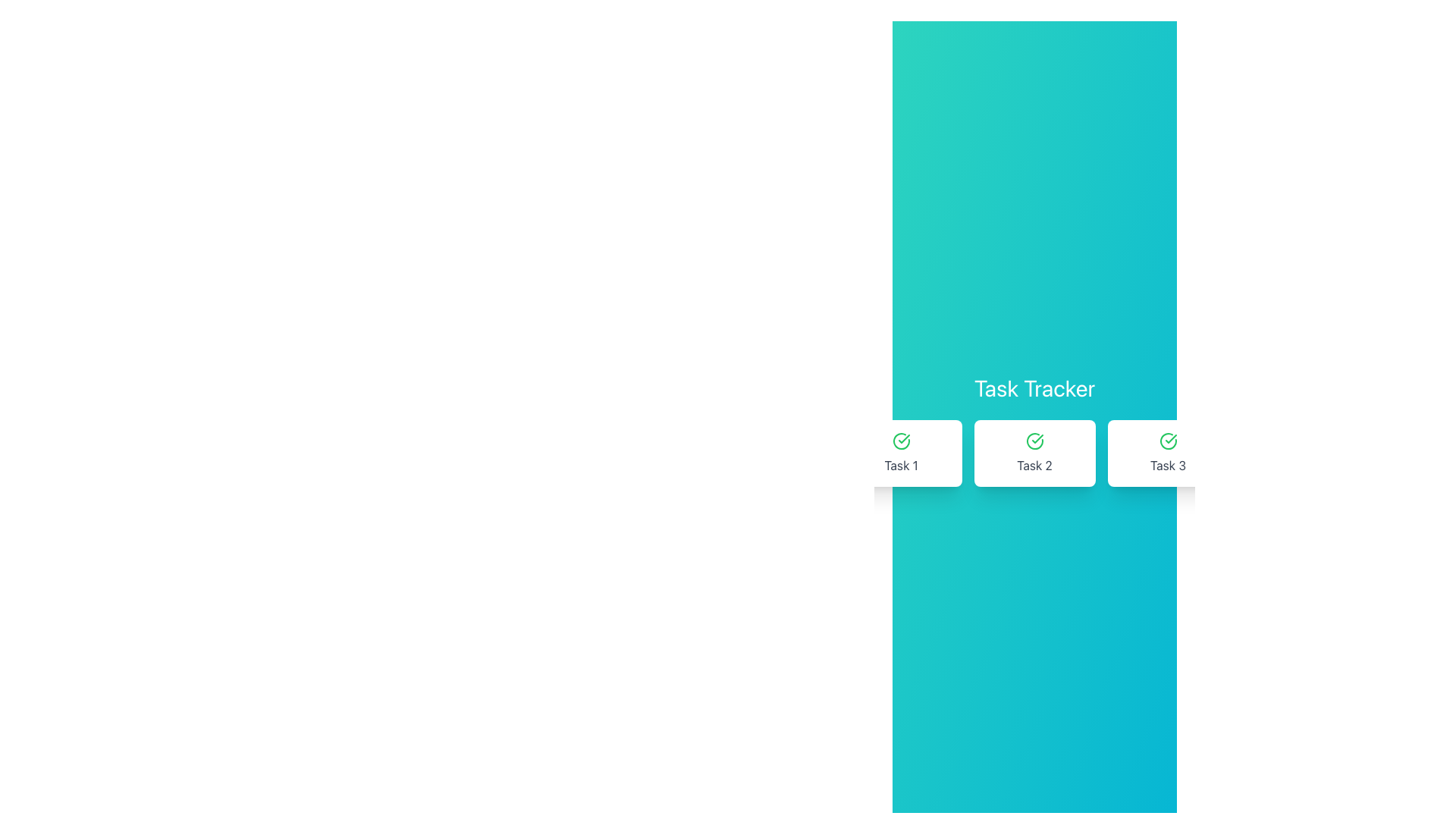 This screenshot has width=1456, height=819. I want to click on the 'Task 3' text label located at the bottom of the third card in the 'Task Tracker' section, beneath the green checkmark icon, so click(1167, 464).